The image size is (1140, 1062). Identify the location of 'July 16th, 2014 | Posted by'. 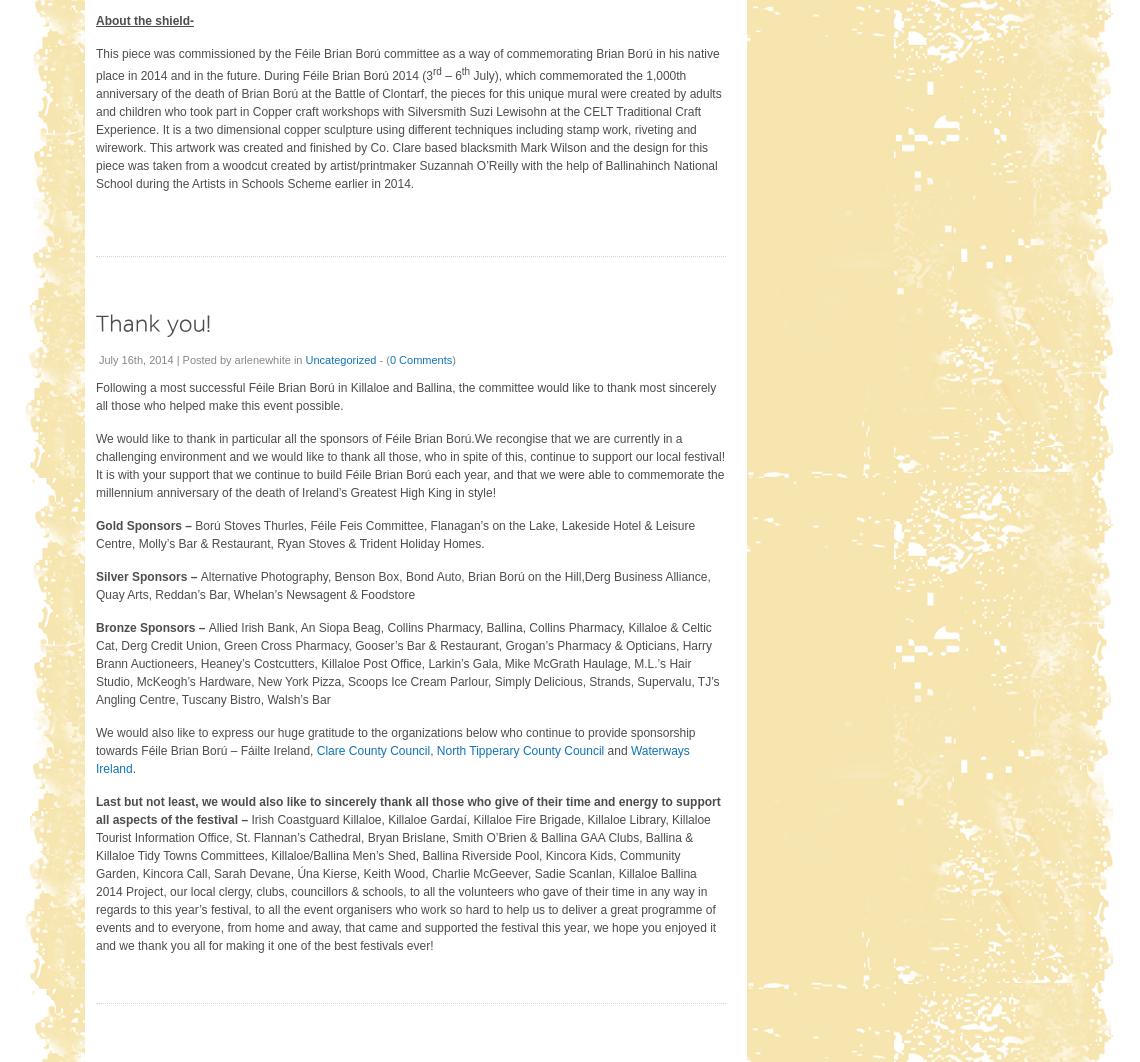
(166, 357).